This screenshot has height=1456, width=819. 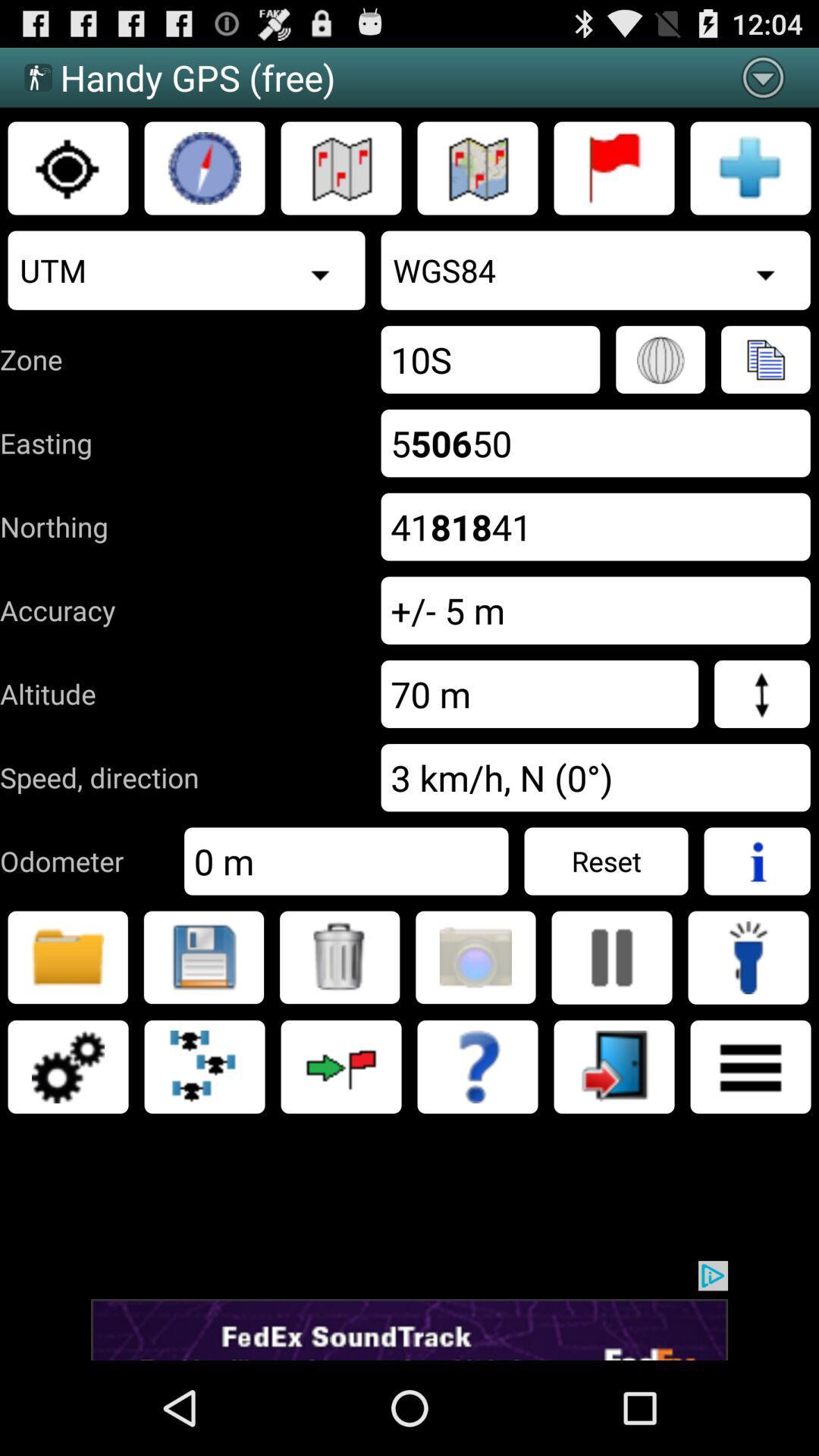 I want to click on map without topography, so click(x=341, y=168).